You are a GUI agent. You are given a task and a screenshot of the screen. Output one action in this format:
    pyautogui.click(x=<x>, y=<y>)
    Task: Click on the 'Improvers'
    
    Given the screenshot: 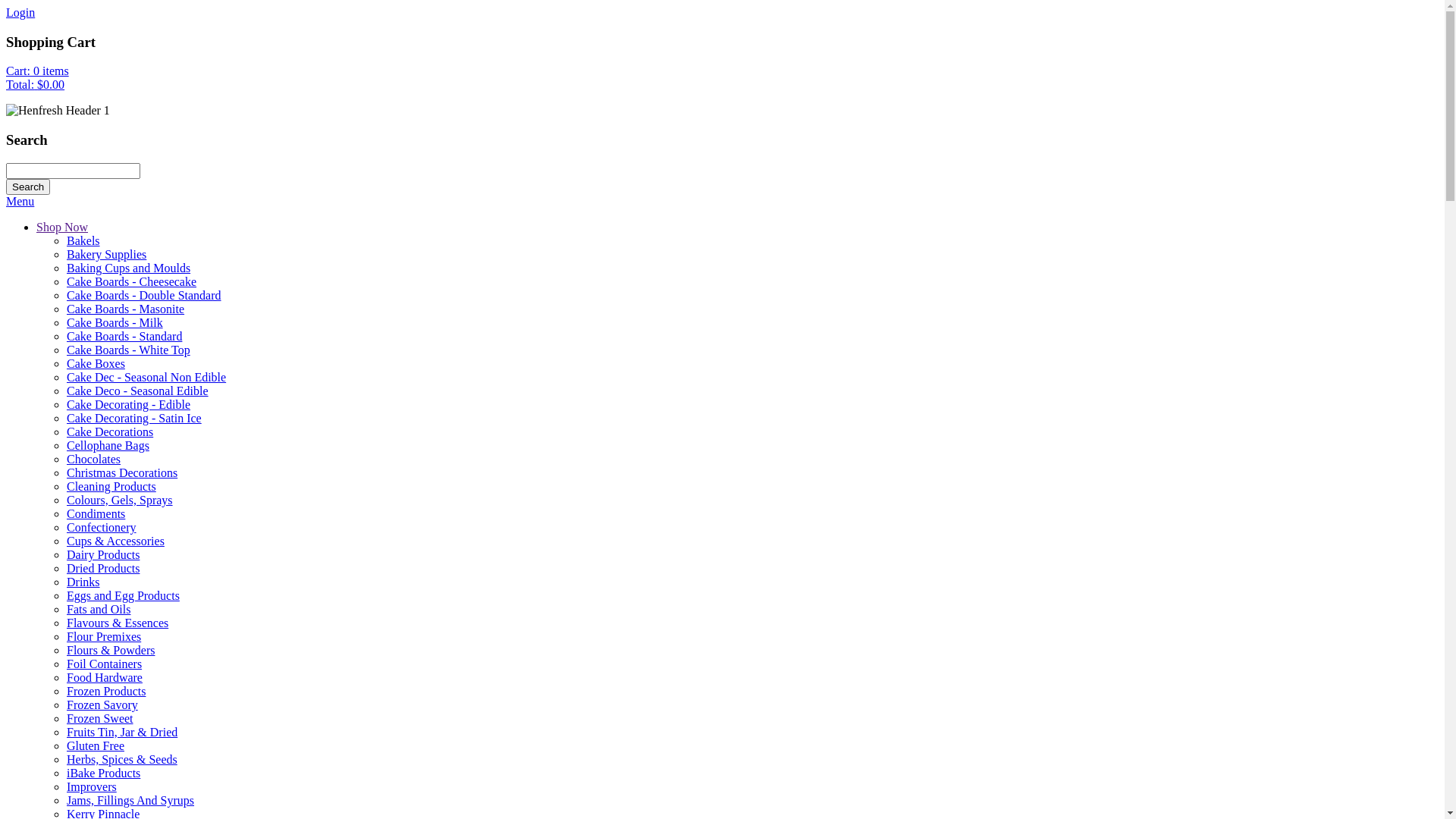 What is the action you would take?
    pyautogui.click(x=65, y=786)
    